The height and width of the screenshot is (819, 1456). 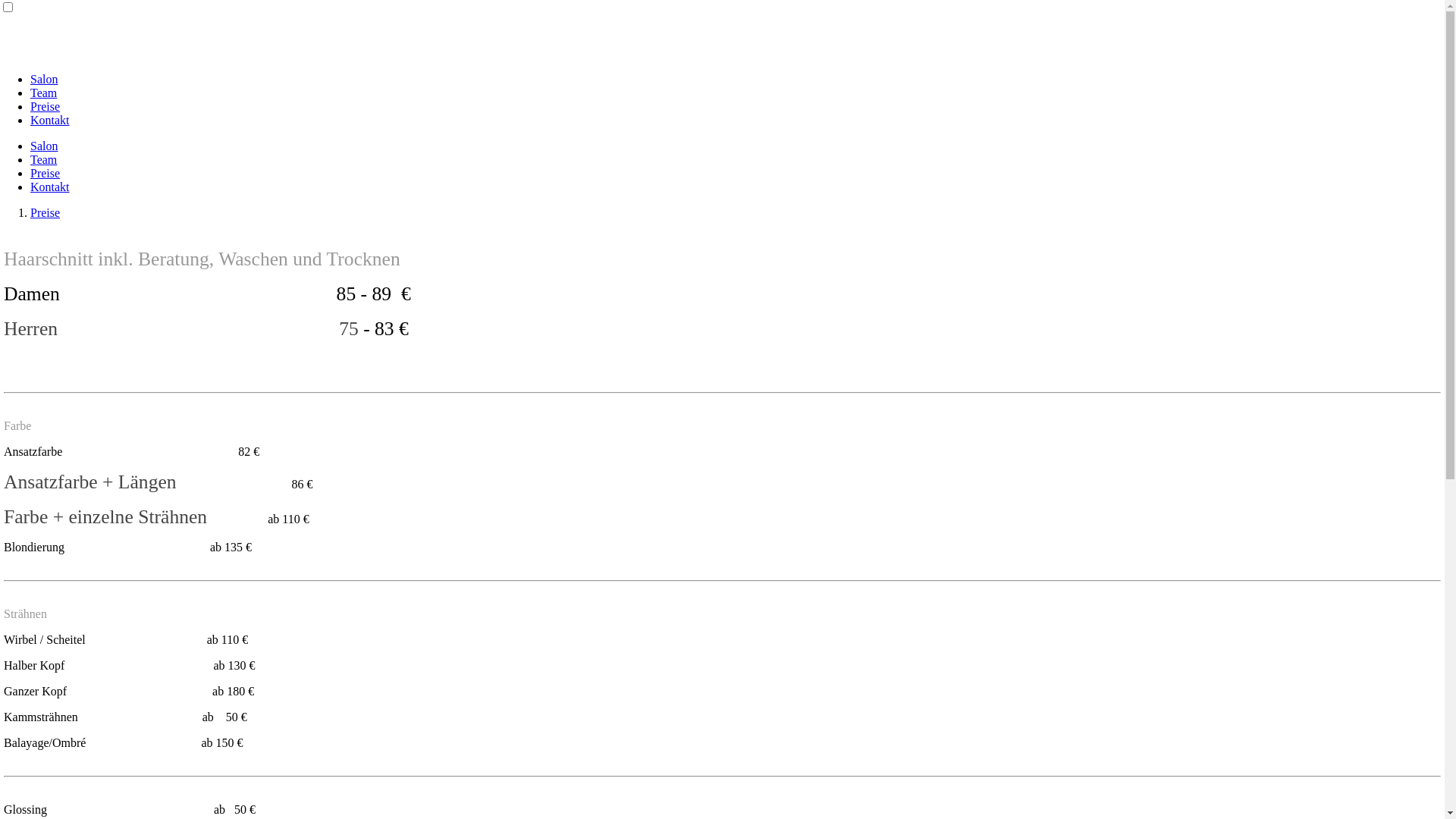 What do you see at coordinates (43, 79) in the screenshot?
I see `'Salon'` at bounding box center [43, 79].